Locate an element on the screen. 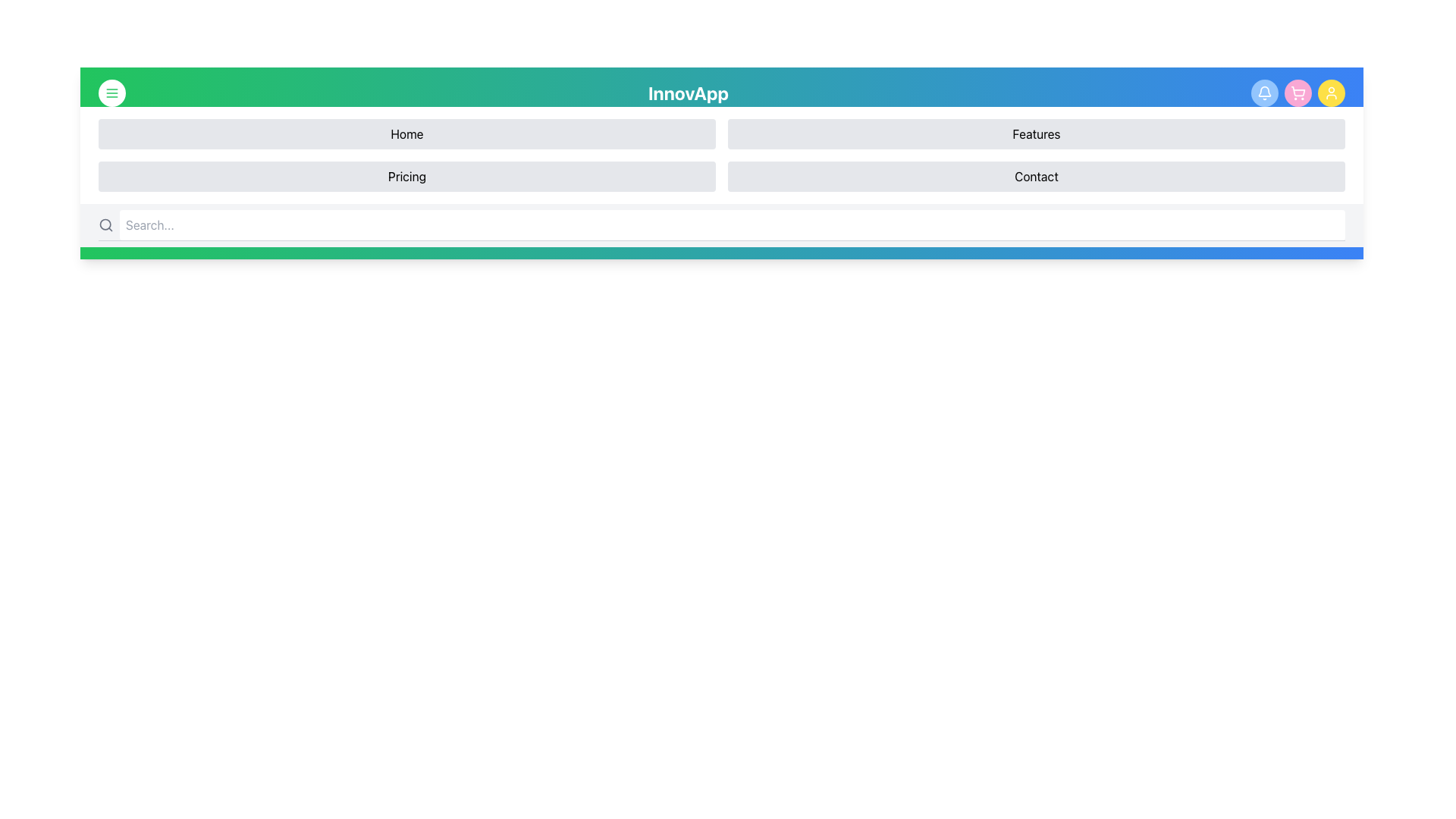 This screenshot has width=1456, height=819. the shopping cart button located in the top-right corner of the interface using keyboard navigation is located at coordinates (1298, 93).